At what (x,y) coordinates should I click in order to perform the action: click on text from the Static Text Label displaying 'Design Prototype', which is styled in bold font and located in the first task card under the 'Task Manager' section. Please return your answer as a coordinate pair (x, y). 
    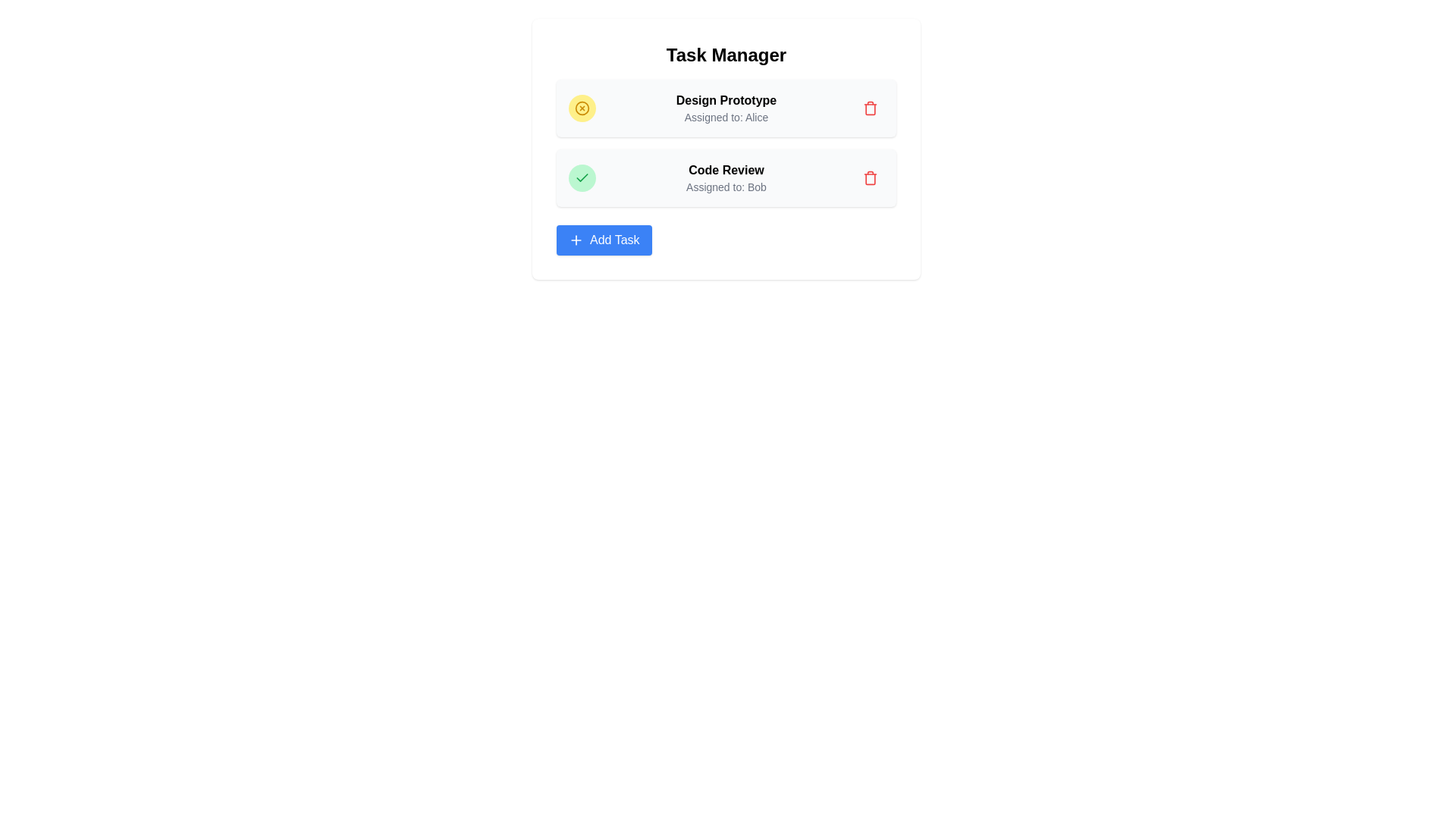
    Looking at the image, I should click on (726, 100).